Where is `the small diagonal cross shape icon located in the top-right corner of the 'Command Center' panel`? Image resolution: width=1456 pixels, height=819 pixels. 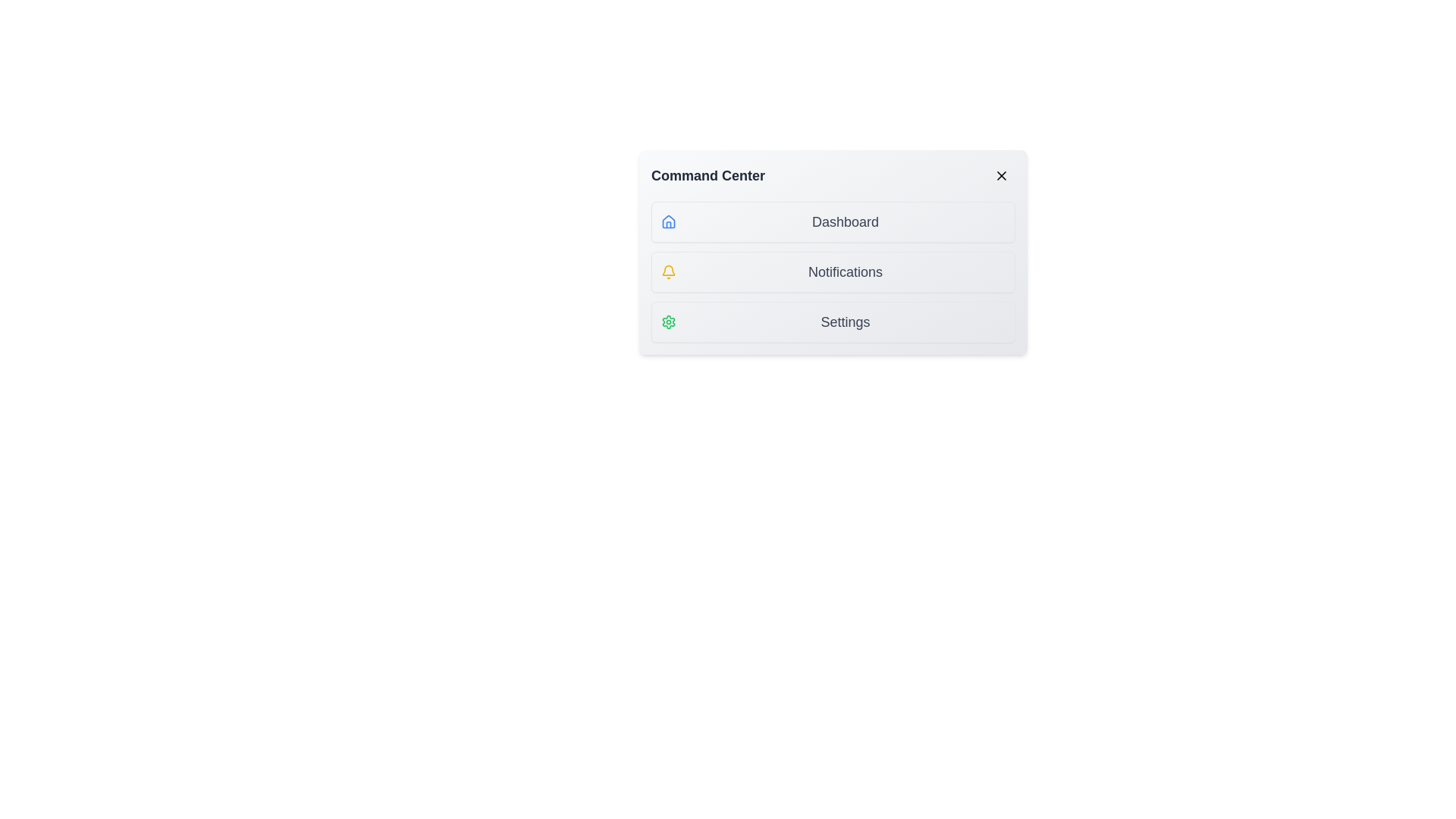
the small diagonal cross shape icon located in the top-right corner of the 'Command Center' panel is located at coordinates (1001, 174).